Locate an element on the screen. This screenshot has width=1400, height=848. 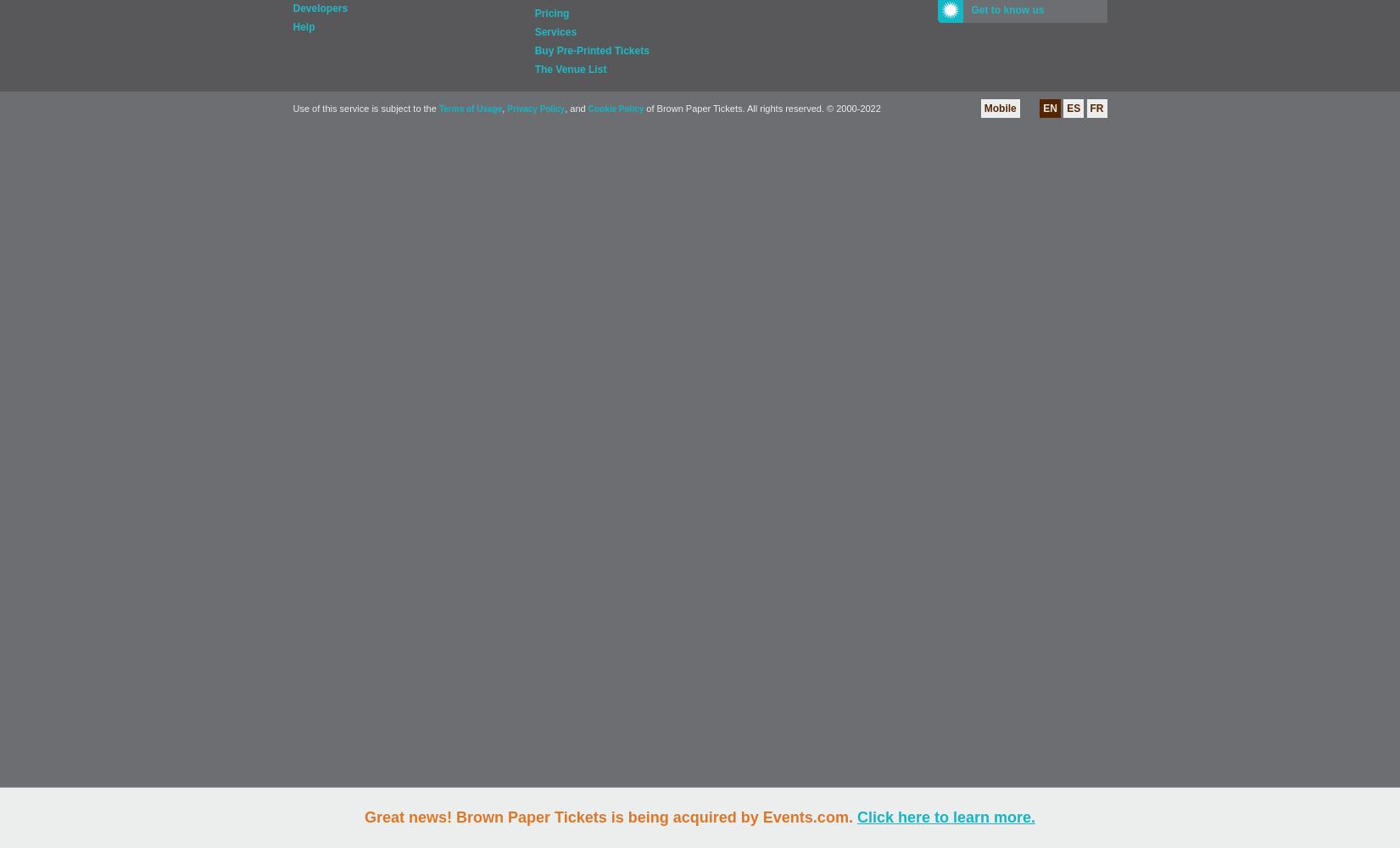
'Get to know us' is located at coordinates (969, 10).